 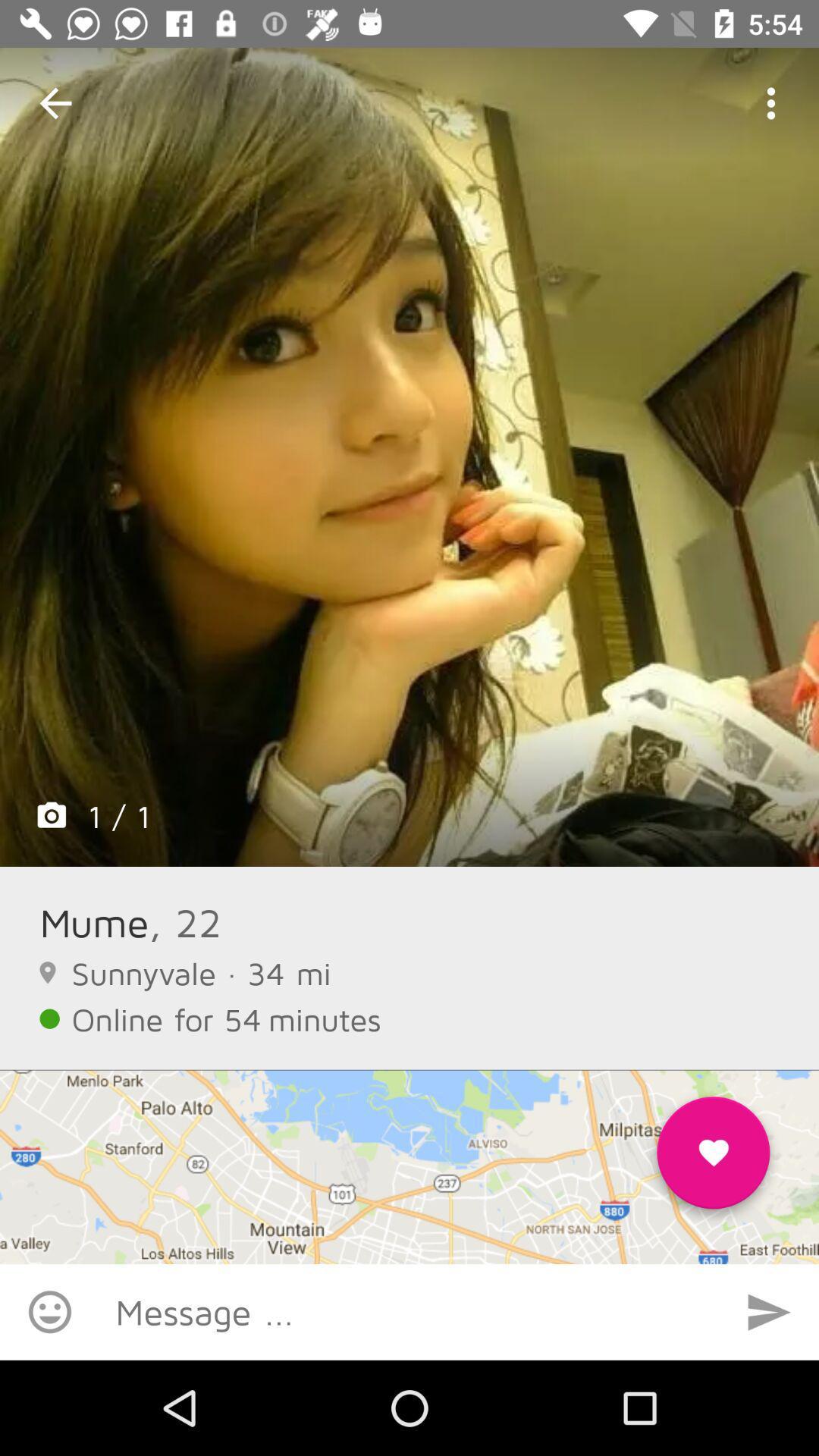 I want to click on open emojis, so click(x=49, y=1311).